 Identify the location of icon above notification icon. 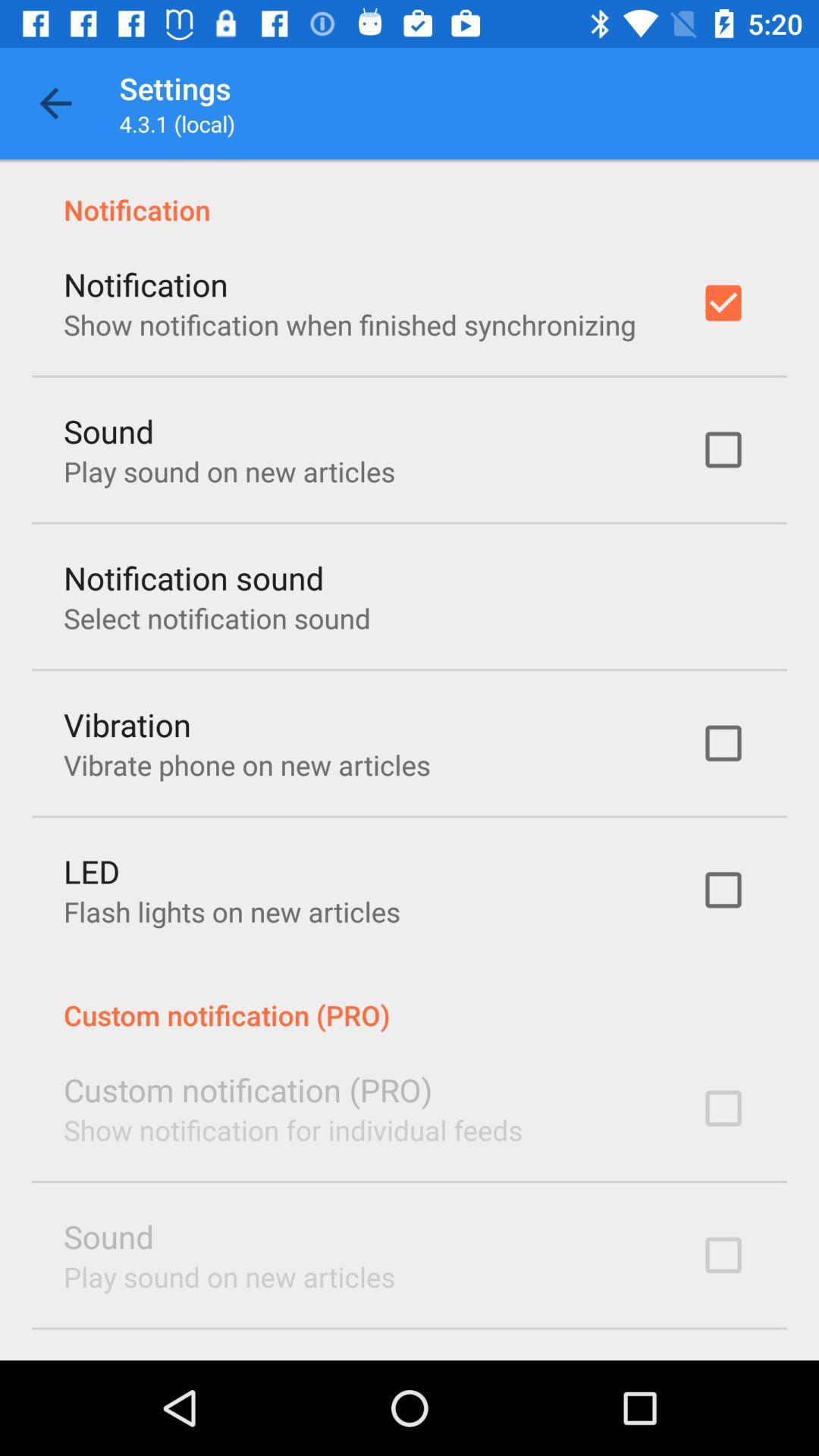
(55, 102).